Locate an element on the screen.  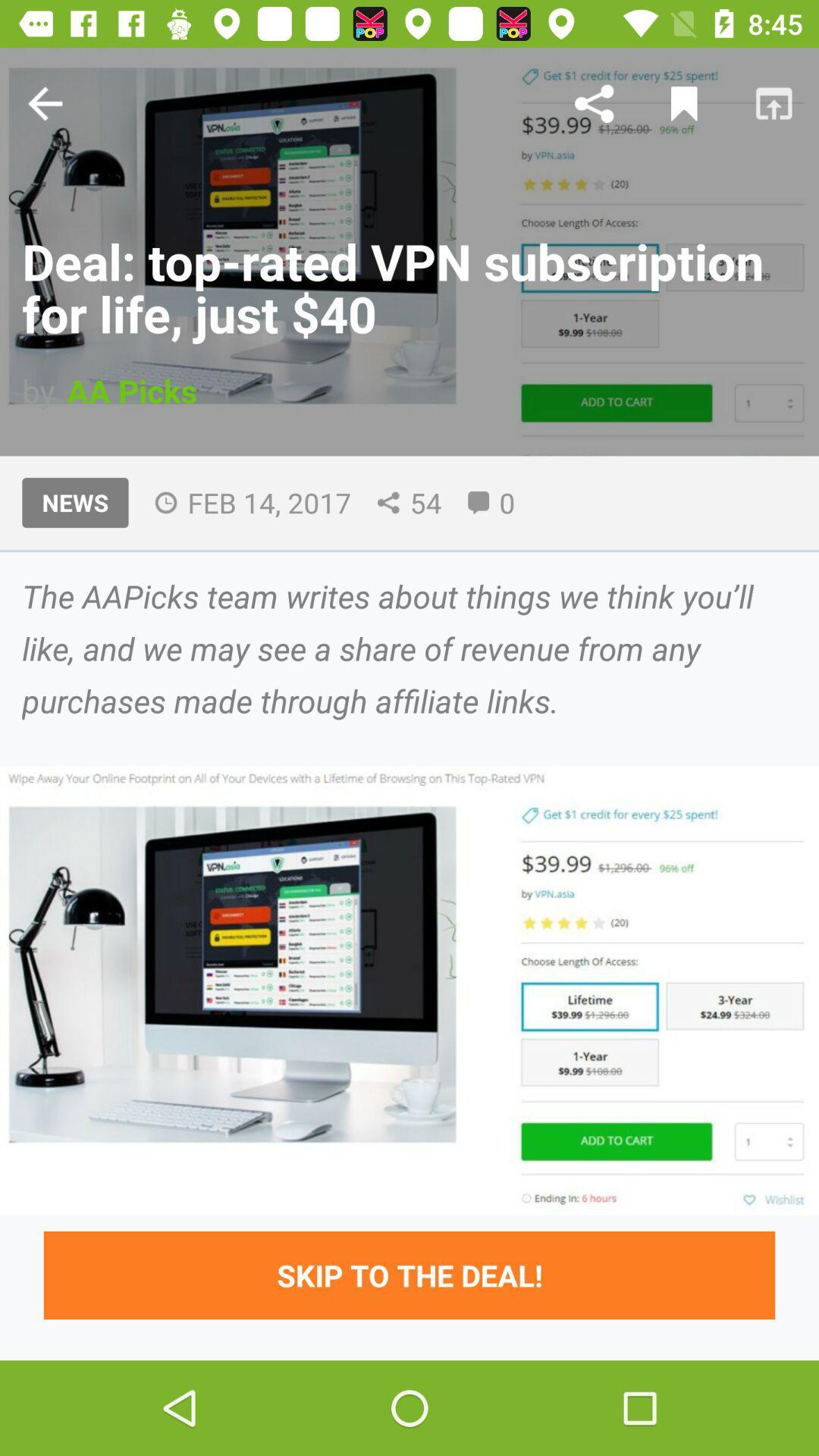
the aapicks team icon is located at coordinates (409, 648).